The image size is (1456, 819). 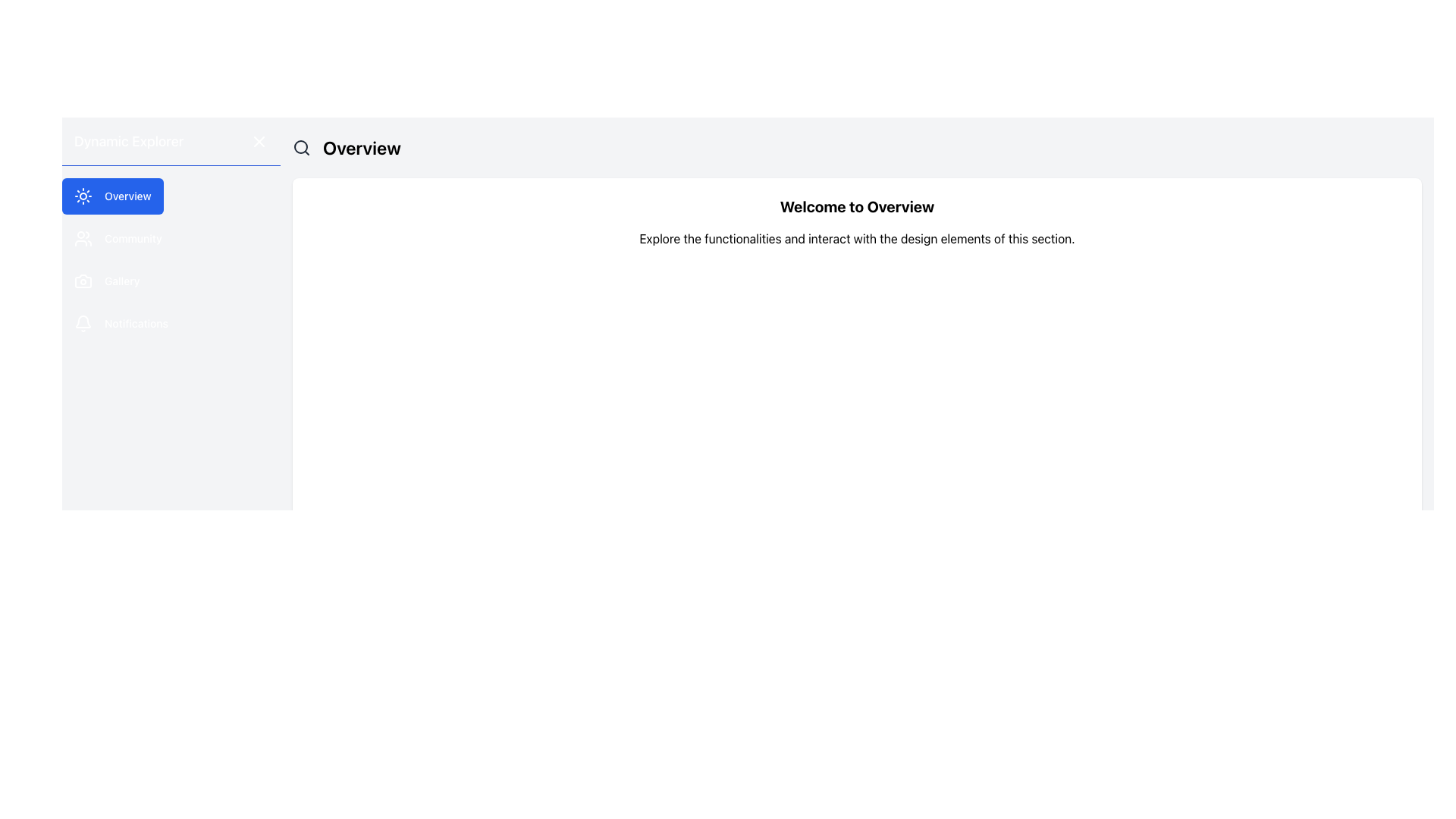 I want to click on the fourth navigation button in the vertical menu on the left side of the interface, so click(x=120, y=323).